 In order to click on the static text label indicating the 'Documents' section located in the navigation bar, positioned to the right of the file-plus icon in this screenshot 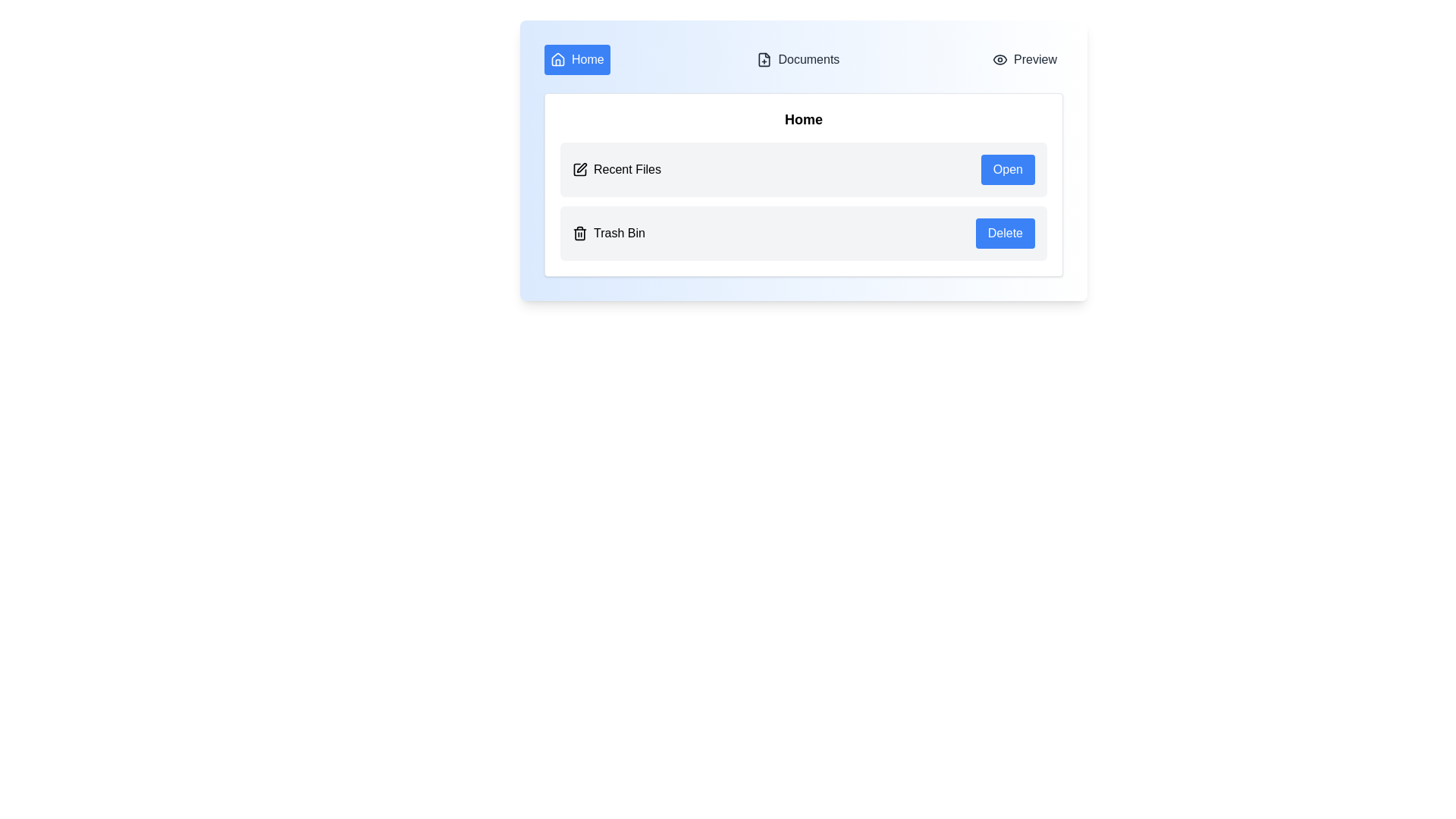, I will do `click(808, 58)`.